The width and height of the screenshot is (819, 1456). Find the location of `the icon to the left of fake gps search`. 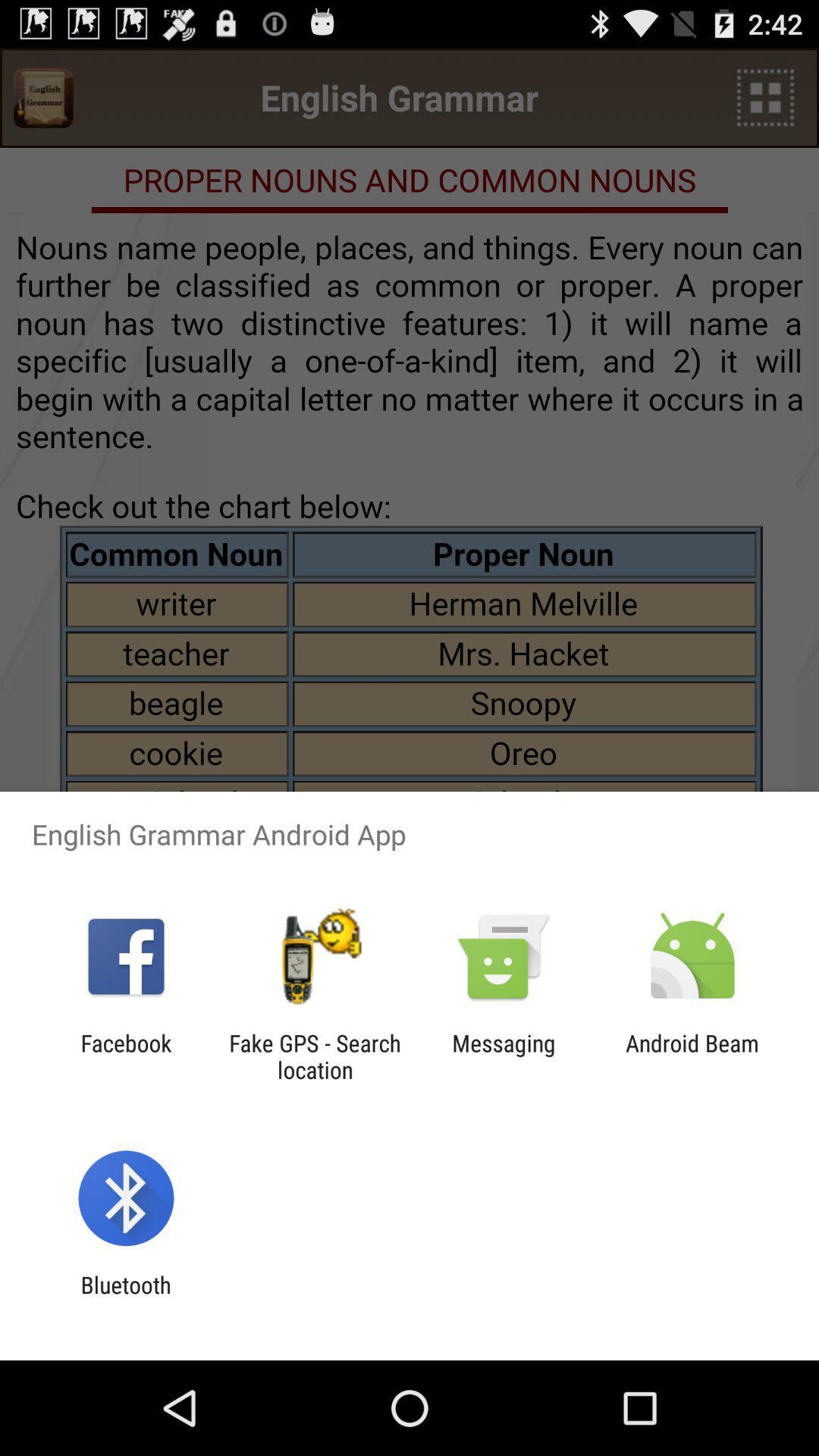

the icon to the left of fake gps search is located at coordinates (125, 1056).